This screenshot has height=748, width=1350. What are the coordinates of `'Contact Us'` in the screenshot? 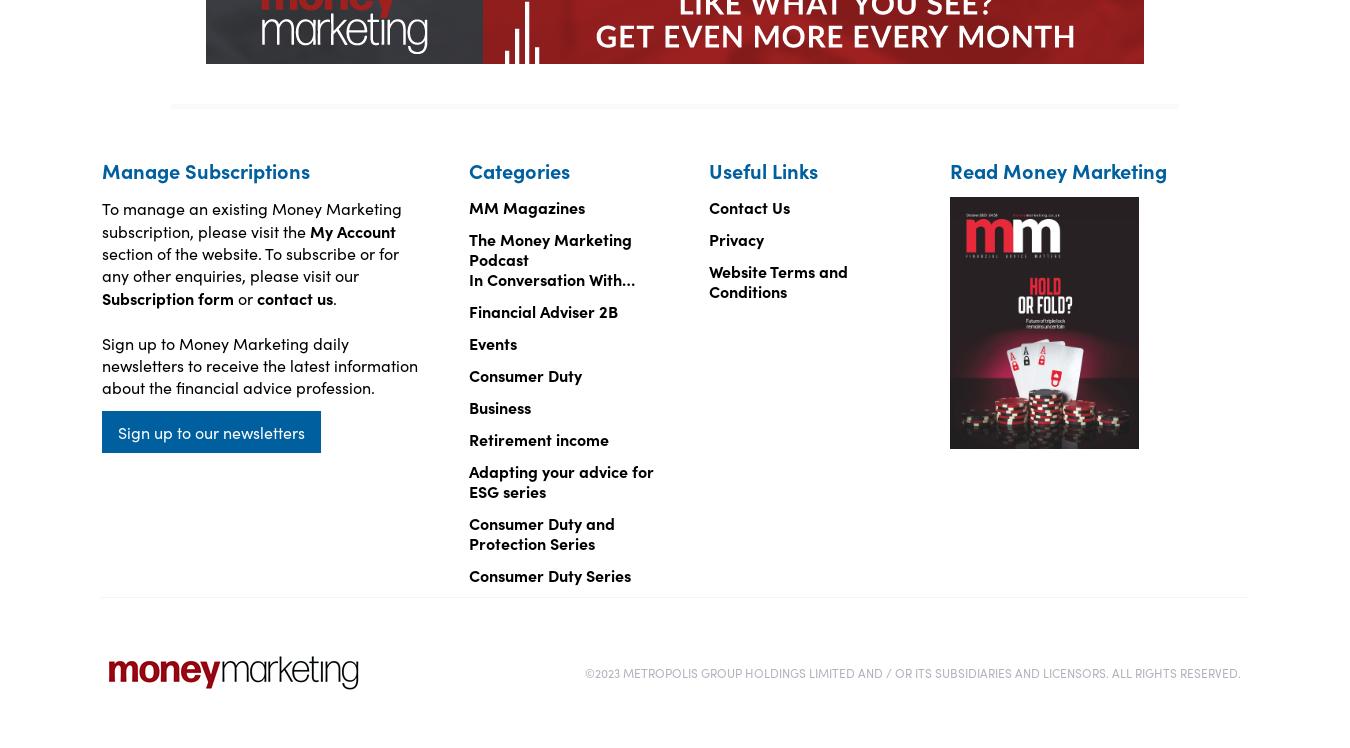 It's located at (748, 206).